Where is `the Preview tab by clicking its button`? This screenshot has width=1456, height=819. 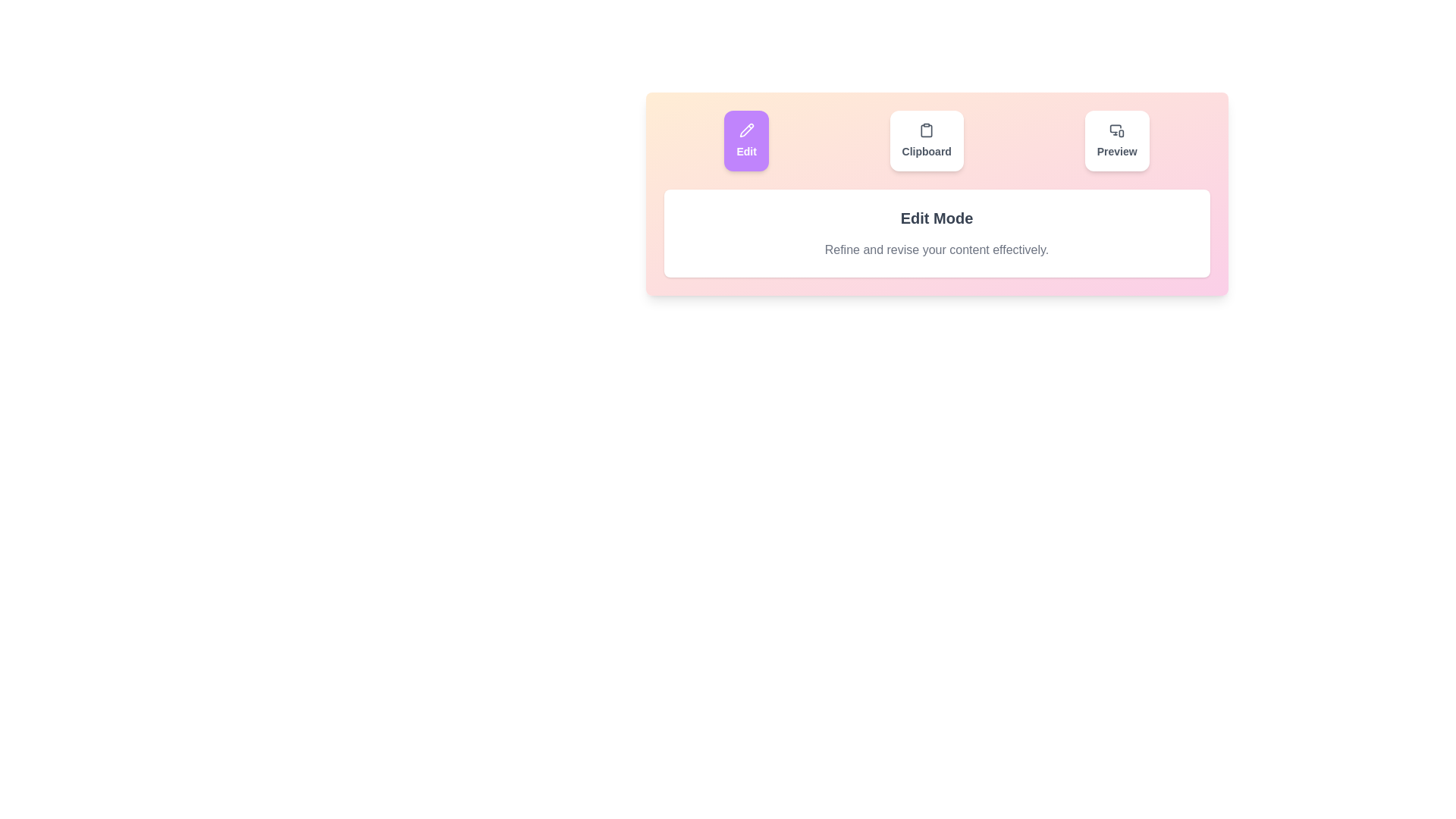 the Preview tab by clicking its button is located at coordinates (1117, 140).